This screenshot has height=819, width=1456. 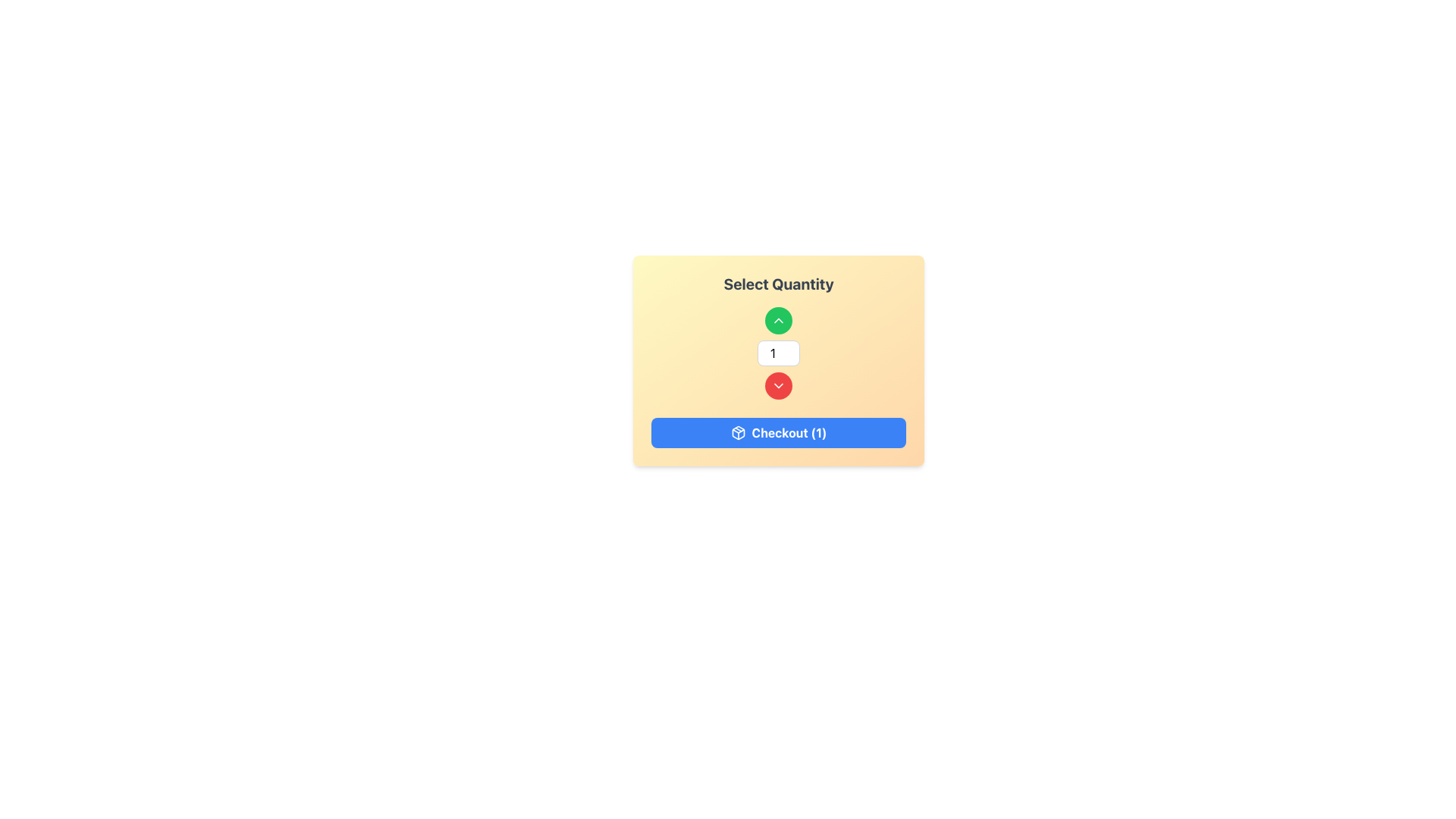 I want to click on the increment button located above the numeric input field to increase the quantity, so click(x=779, y=320).